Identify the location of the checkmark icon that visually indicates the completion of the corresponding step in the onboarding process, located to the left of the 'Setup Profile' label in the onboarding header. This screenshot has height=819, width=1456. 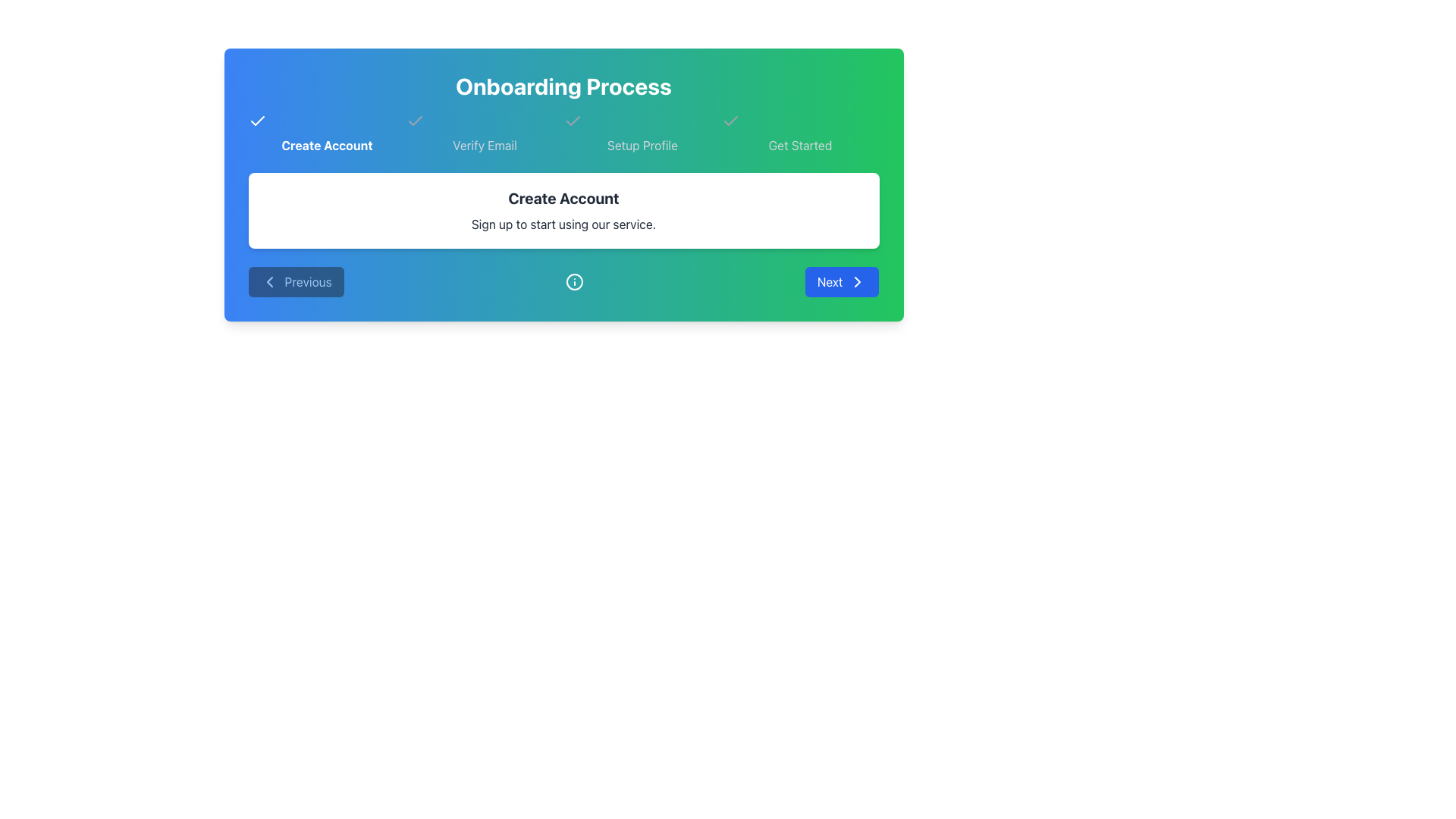
(730, 120).